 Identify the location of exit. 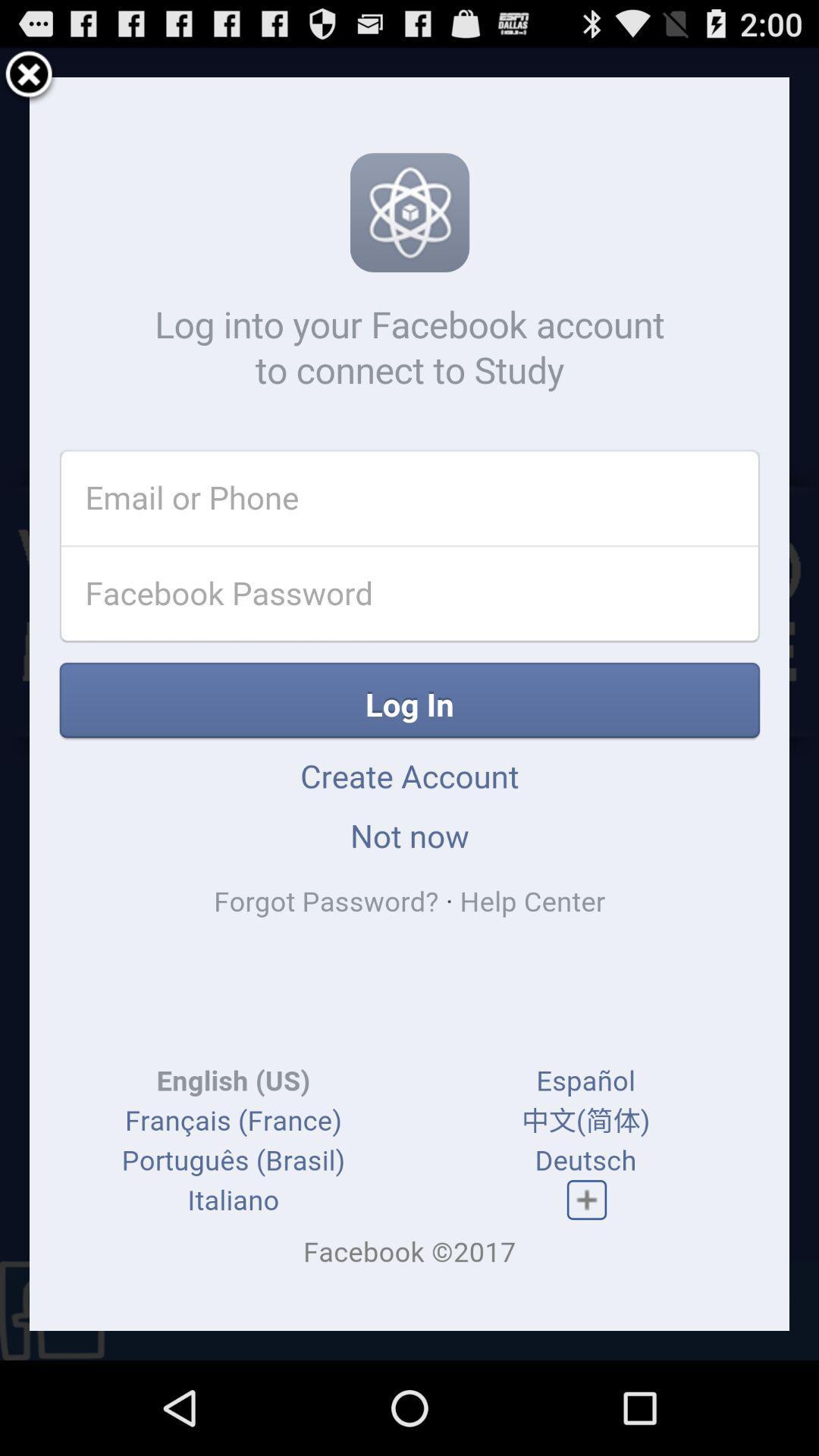
(29, 76).